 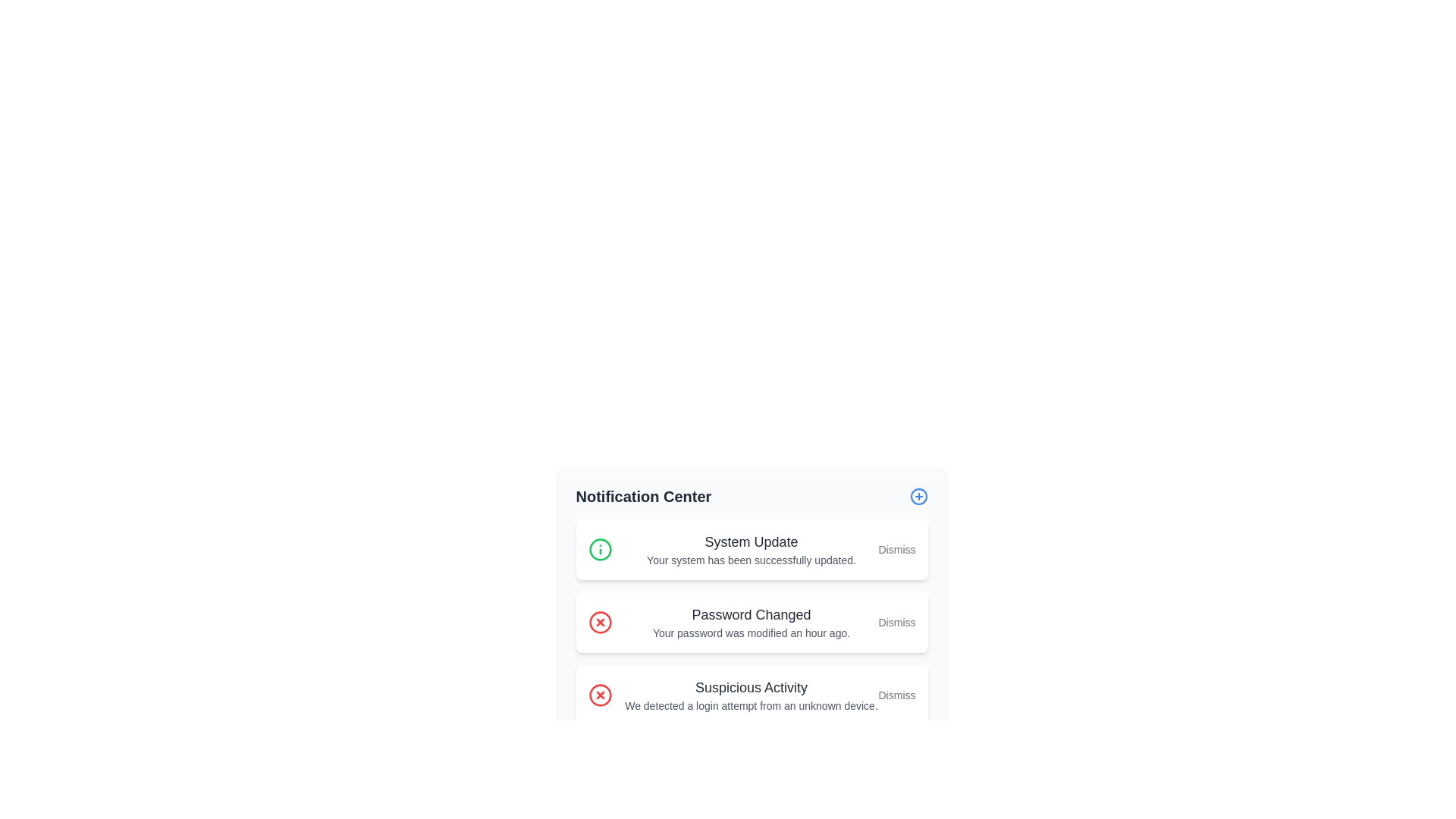 What do you see at coordinates (599, 550) in the screenshot?
I see `the 'System Update' icon located in the top-left corner of the first notification card row to acknowledge the notification's status` at bounding box center [599, 550].